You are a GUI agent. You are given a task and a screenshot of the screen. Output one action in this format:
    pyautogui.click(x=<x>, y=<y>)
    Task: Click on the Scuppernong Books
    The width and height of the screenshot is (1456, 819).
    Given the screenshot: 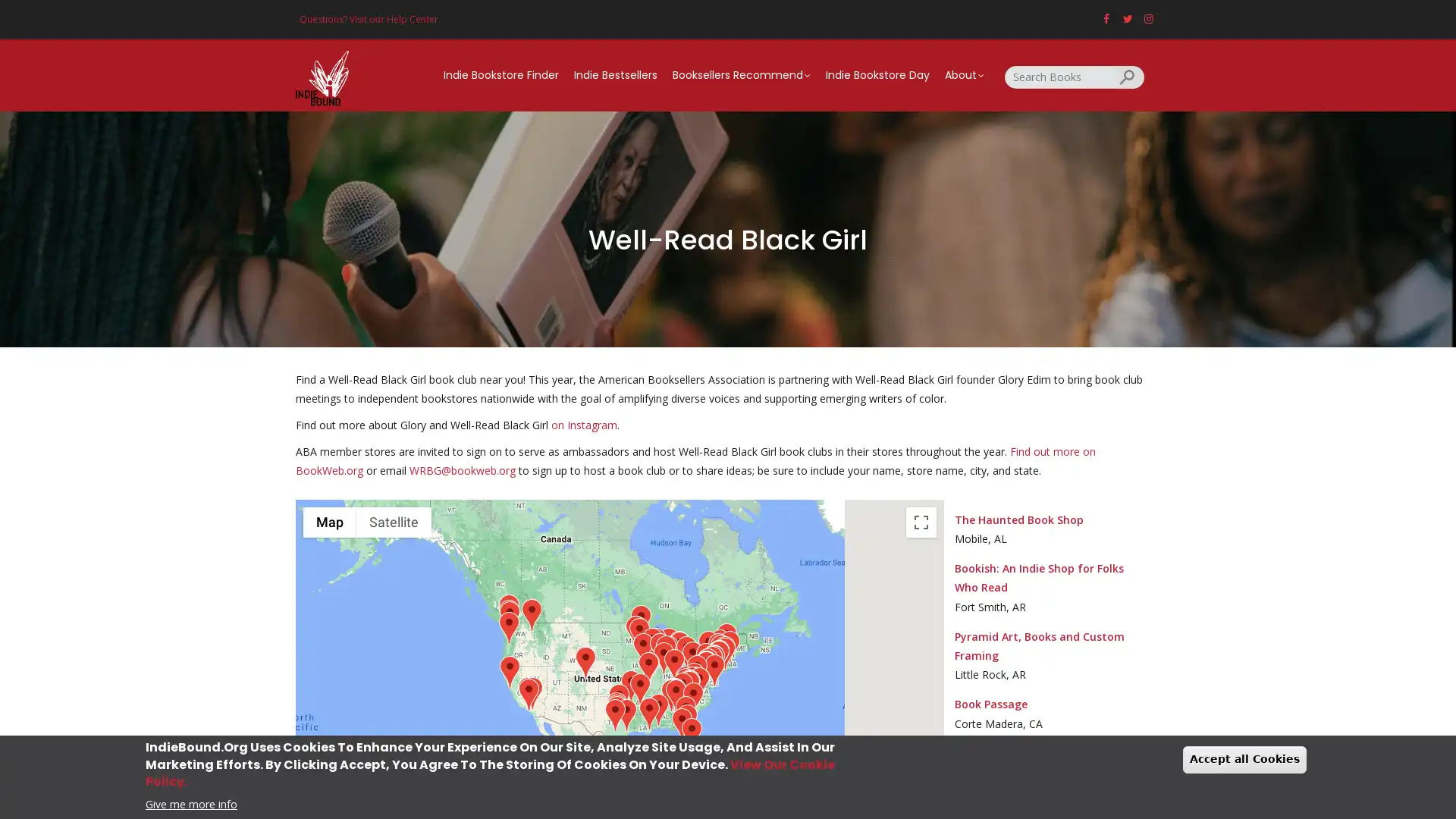 What is the action you would take?
    pyautogui.click(x=692, y=681)
    